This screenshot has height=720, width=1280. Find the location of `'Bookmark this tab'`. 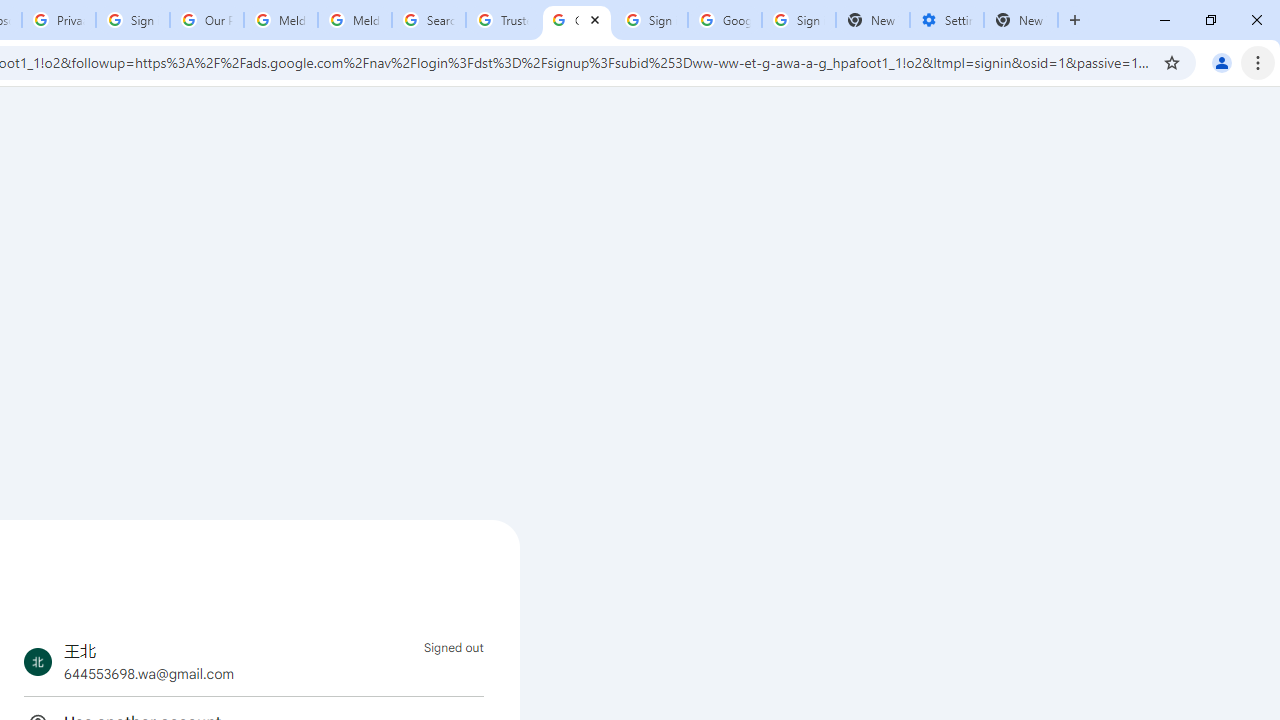

'Bookmark this tab' is located at coordinates (1171, 61).